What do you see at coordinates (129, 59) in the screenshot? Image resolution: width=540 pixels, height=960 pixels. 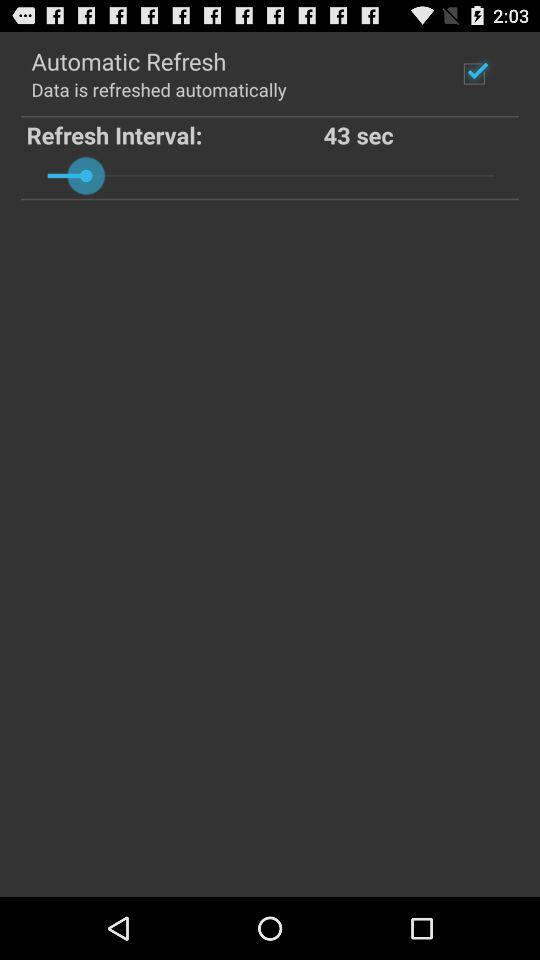 I see `automatic refresh icon` at bounding box center [129, 59].